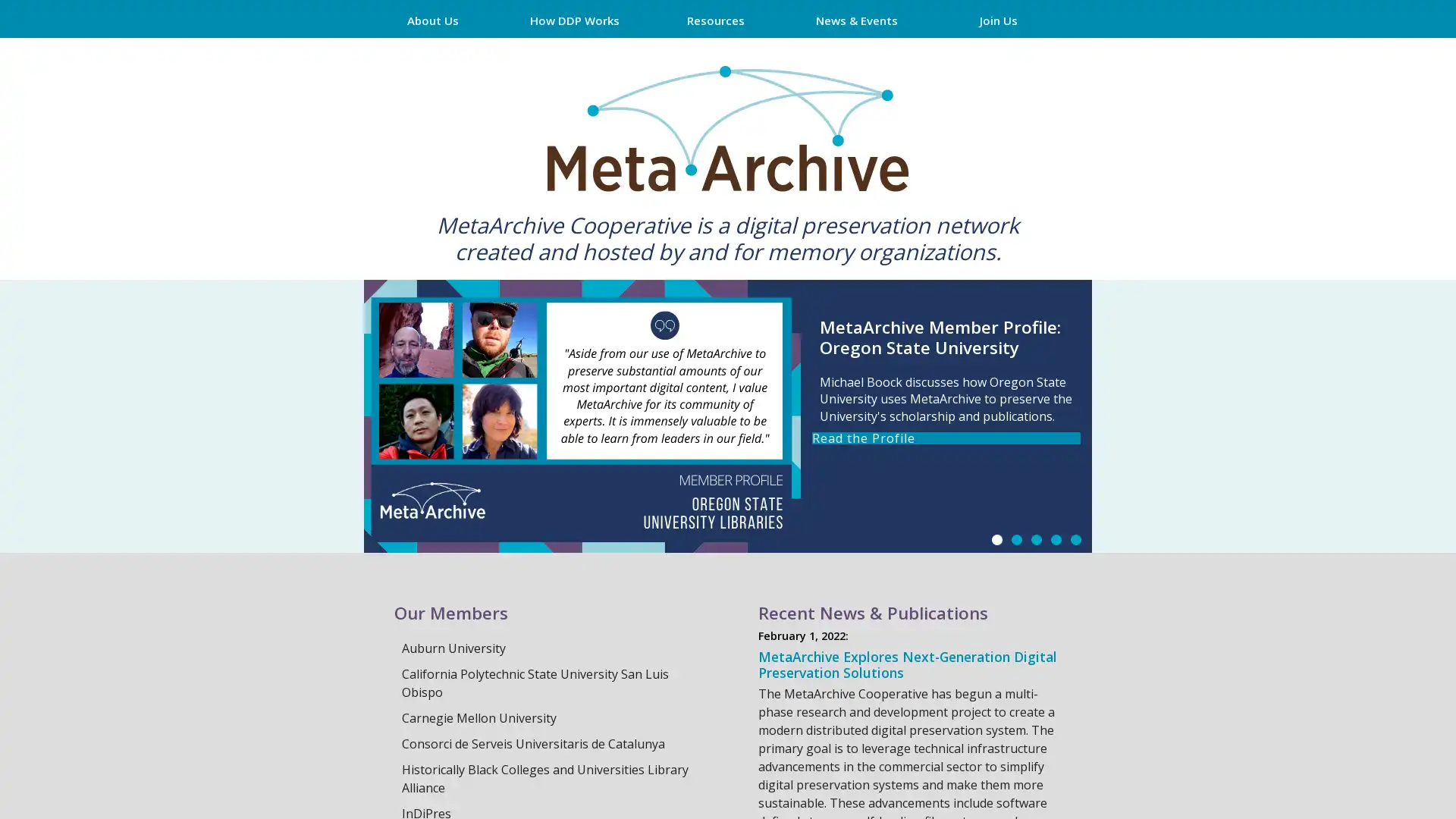 Image resolution: width=1456 pixels, height=819 pixels. I want to click on Go to slide 4, so click(1055, 539).